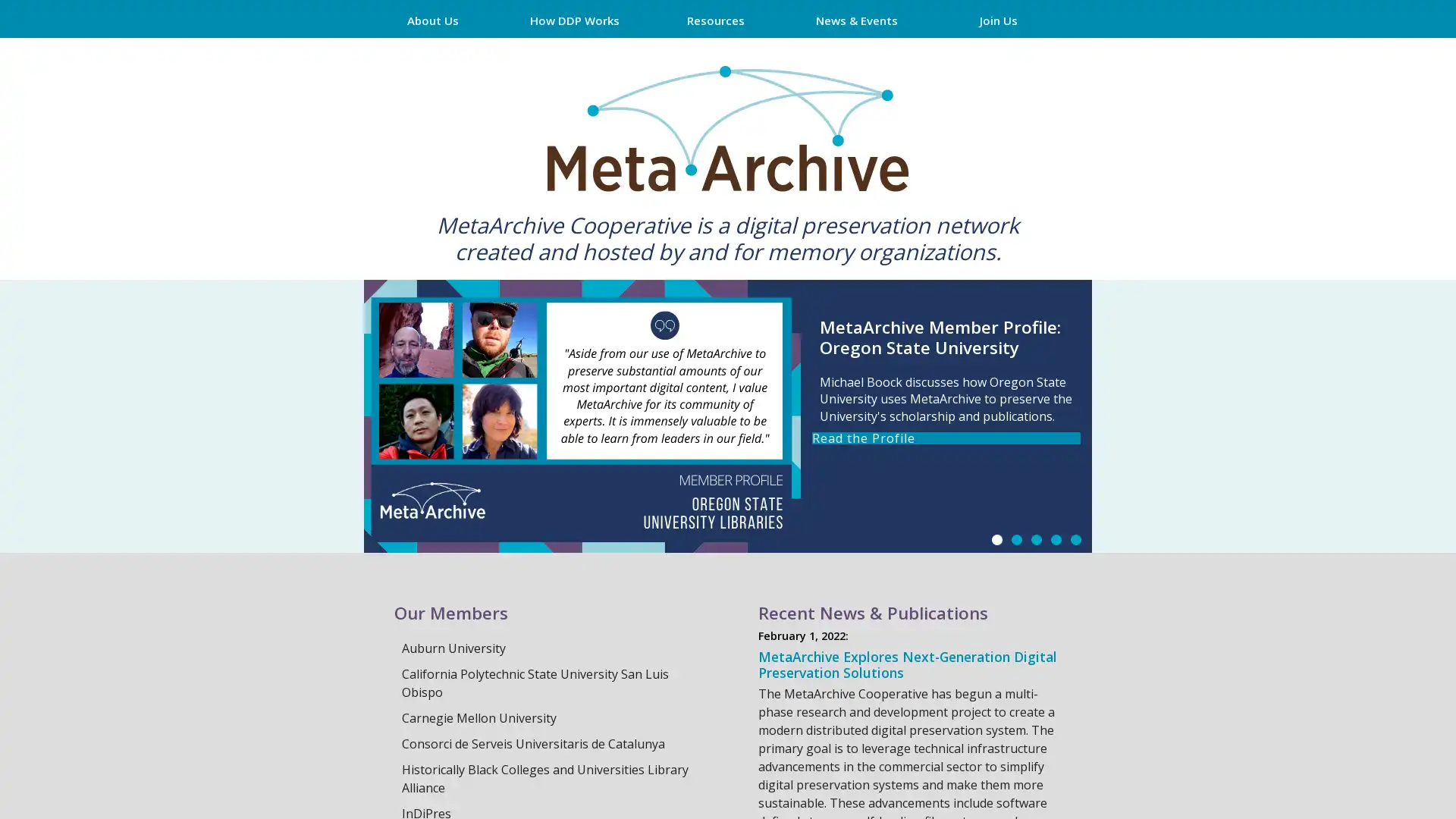 Image resolution: width=1456 pixels, height=819 pixels. I want to click on Go to slide 4, so click(1055, 539).